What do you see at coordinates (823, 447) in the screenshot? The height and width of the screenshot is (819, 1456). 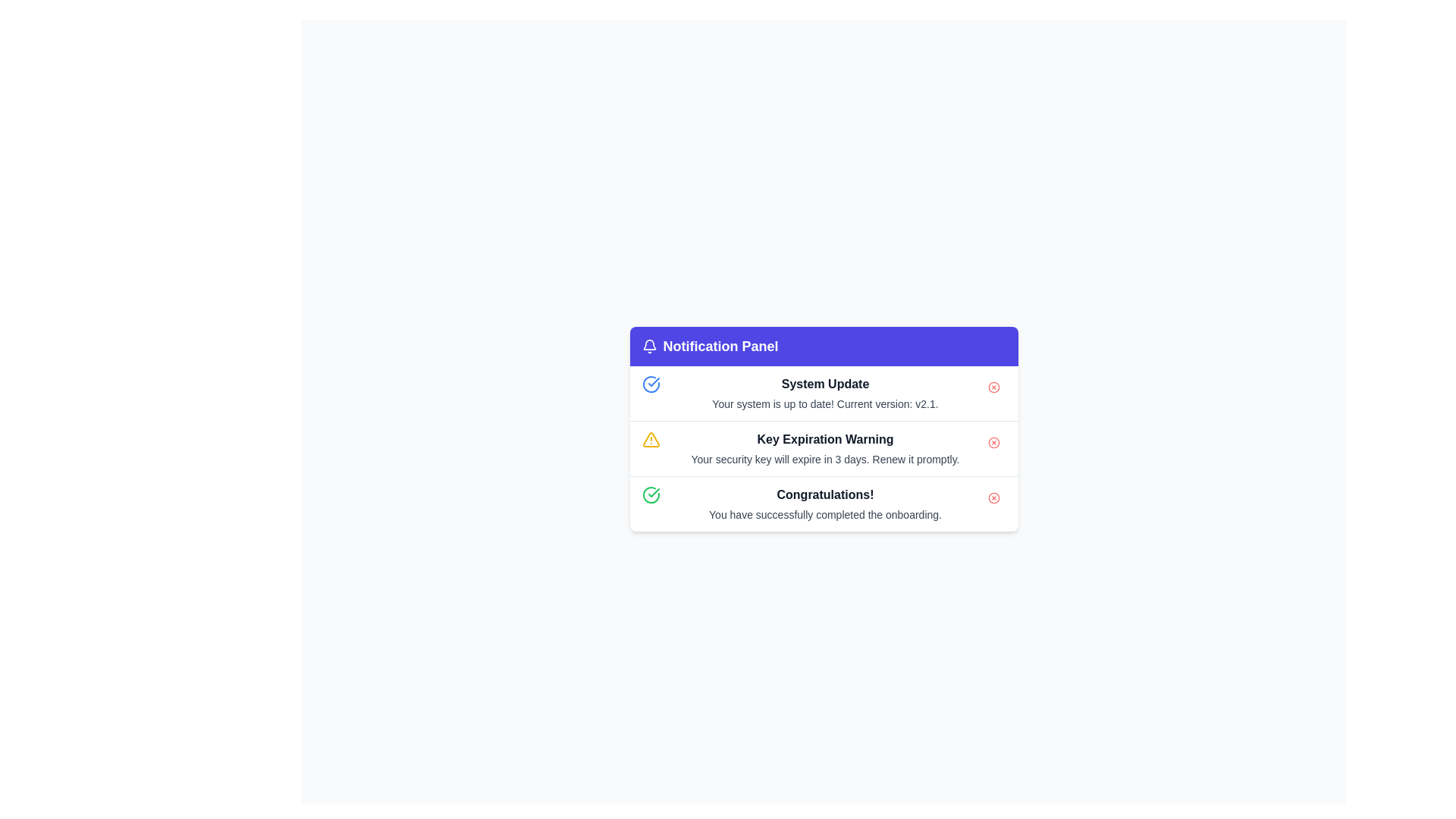 I see `text in the notification titled 'Key Expiration Warning' which contains a warning icon on the left and a close button on the right` at bounding box center [823, 447].